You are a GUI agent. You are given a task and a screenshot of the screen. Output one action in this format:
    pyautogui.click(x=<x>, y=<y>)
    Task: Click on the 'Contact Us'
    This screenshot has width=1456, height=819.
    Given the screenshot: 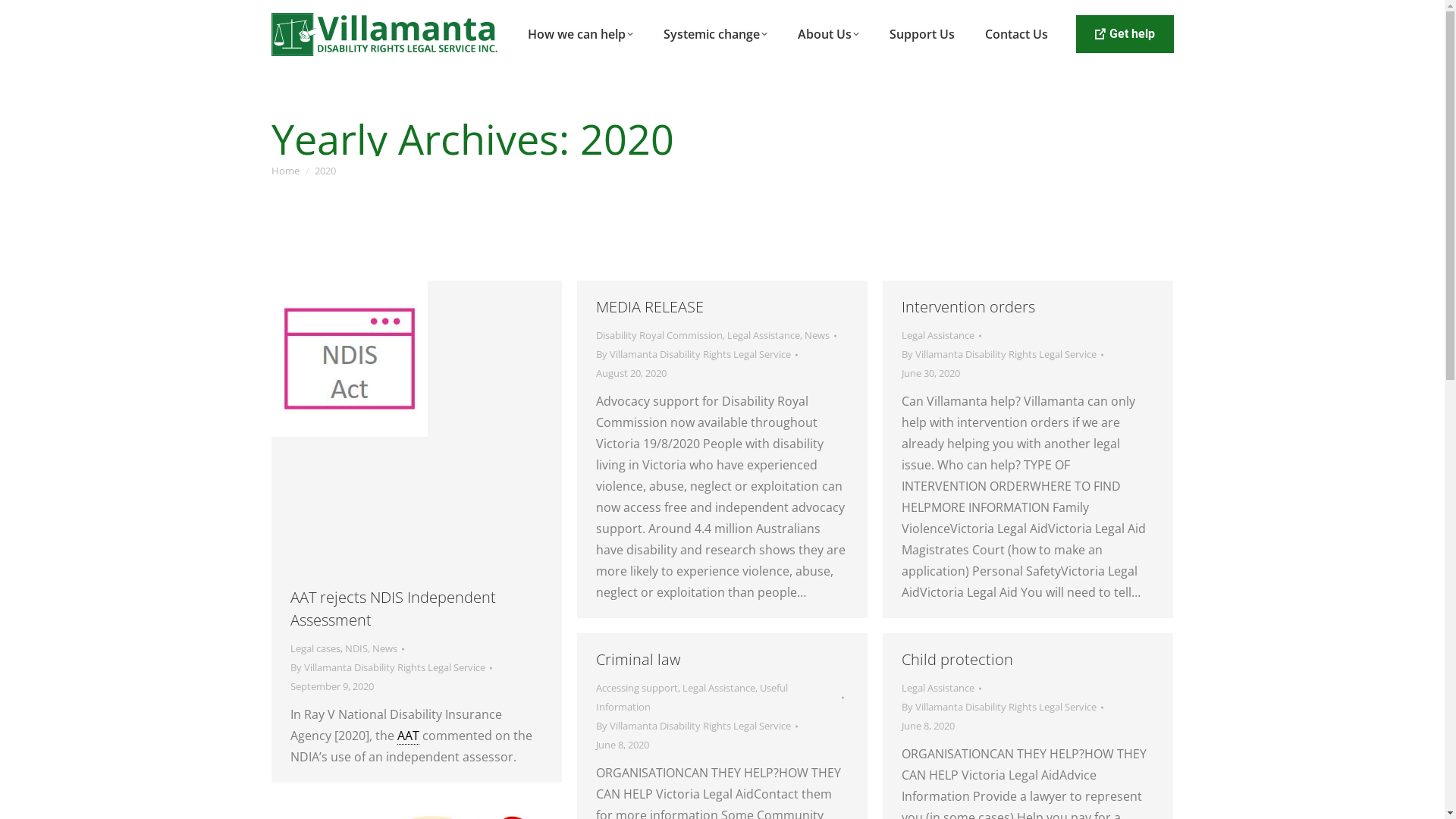 What is the action you would take?
    pyautogui.click(x=1016, y=34)
    